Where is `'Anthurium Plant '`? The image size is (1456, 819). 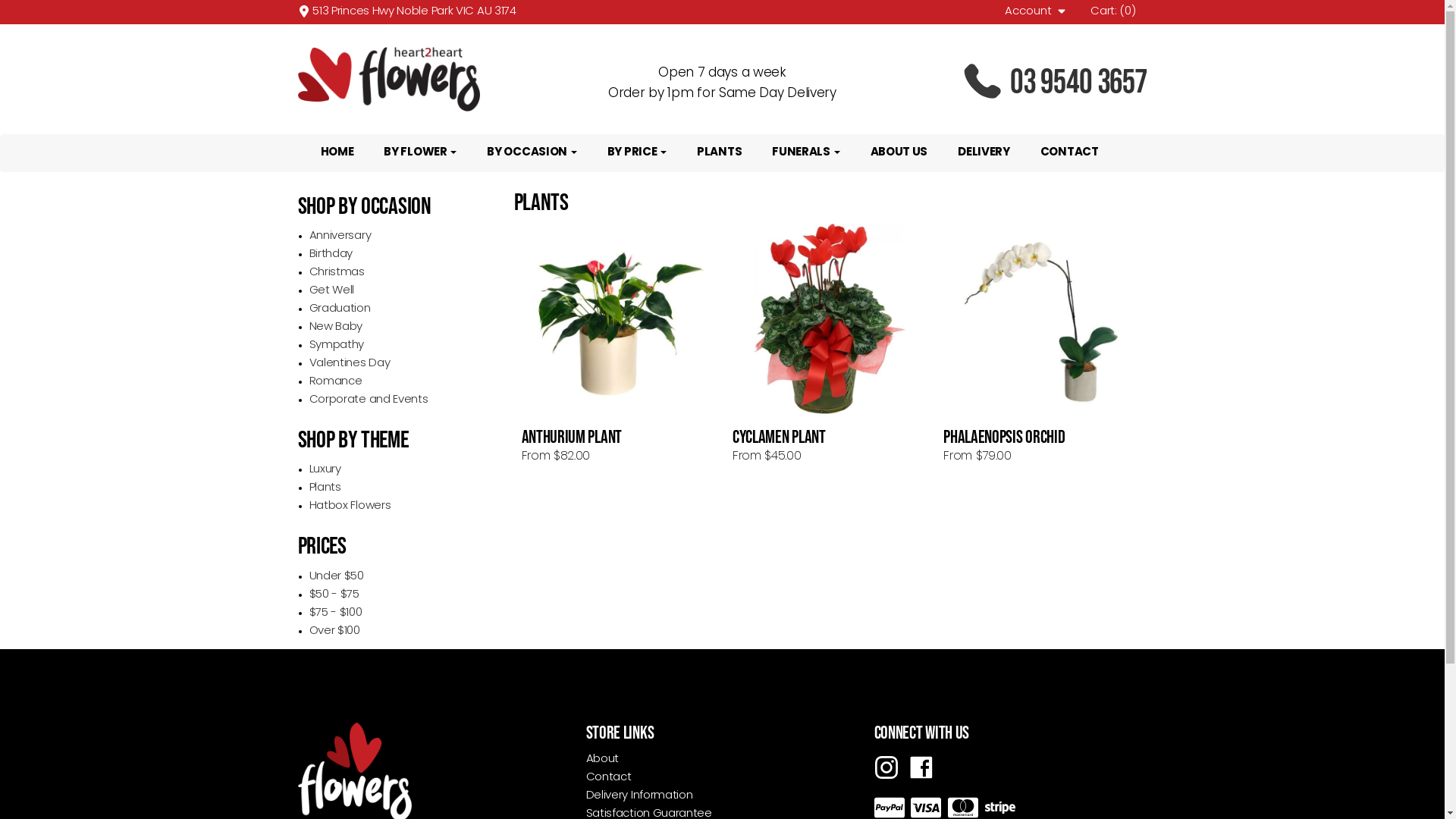
'Anthurium Plant ' is located at coordinates (619, 318).